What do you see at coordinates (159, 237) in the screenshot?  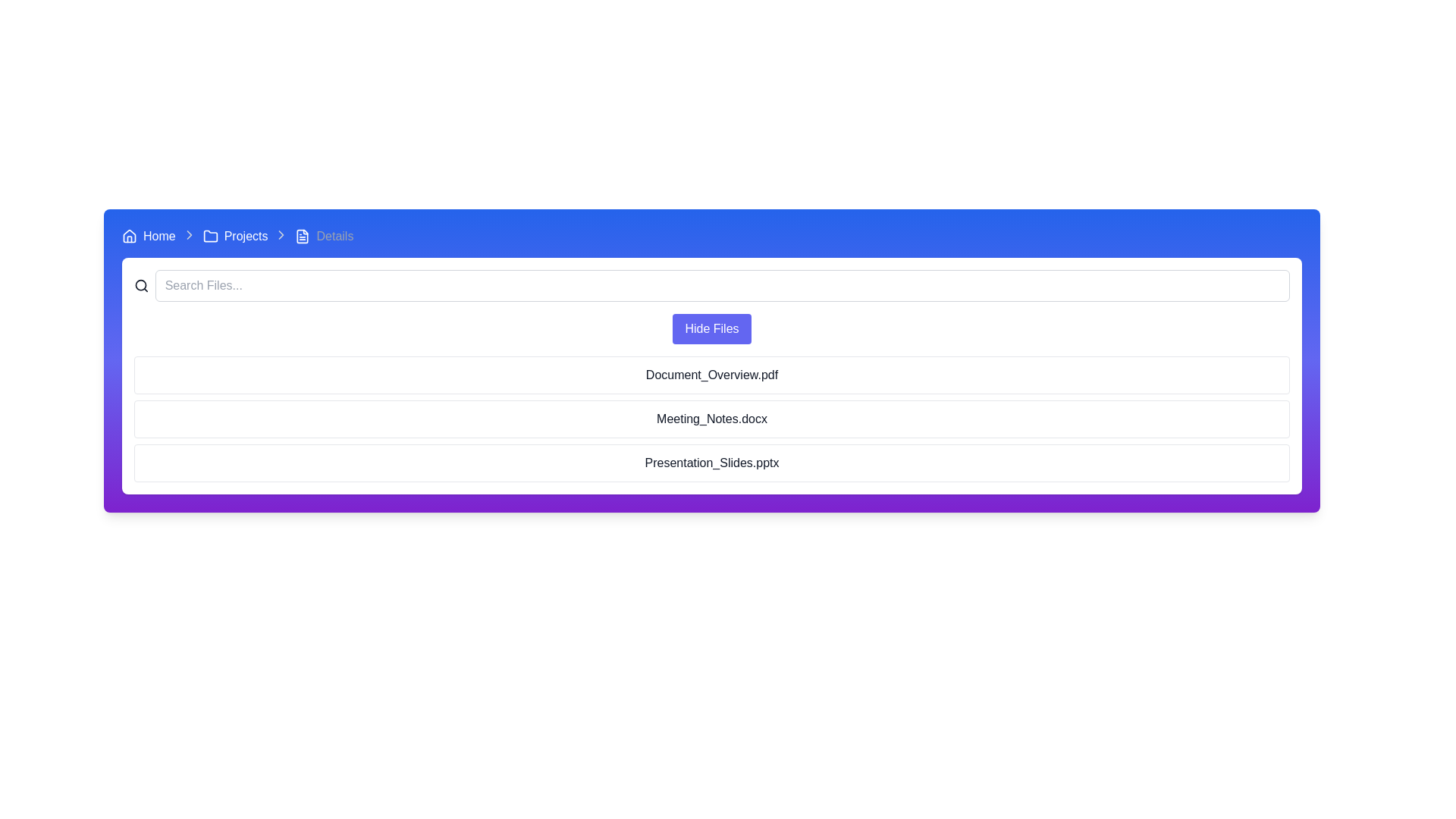 I see `the 'Home' link in the breadcrumb navigation bar` at bounding box center [159, 237].